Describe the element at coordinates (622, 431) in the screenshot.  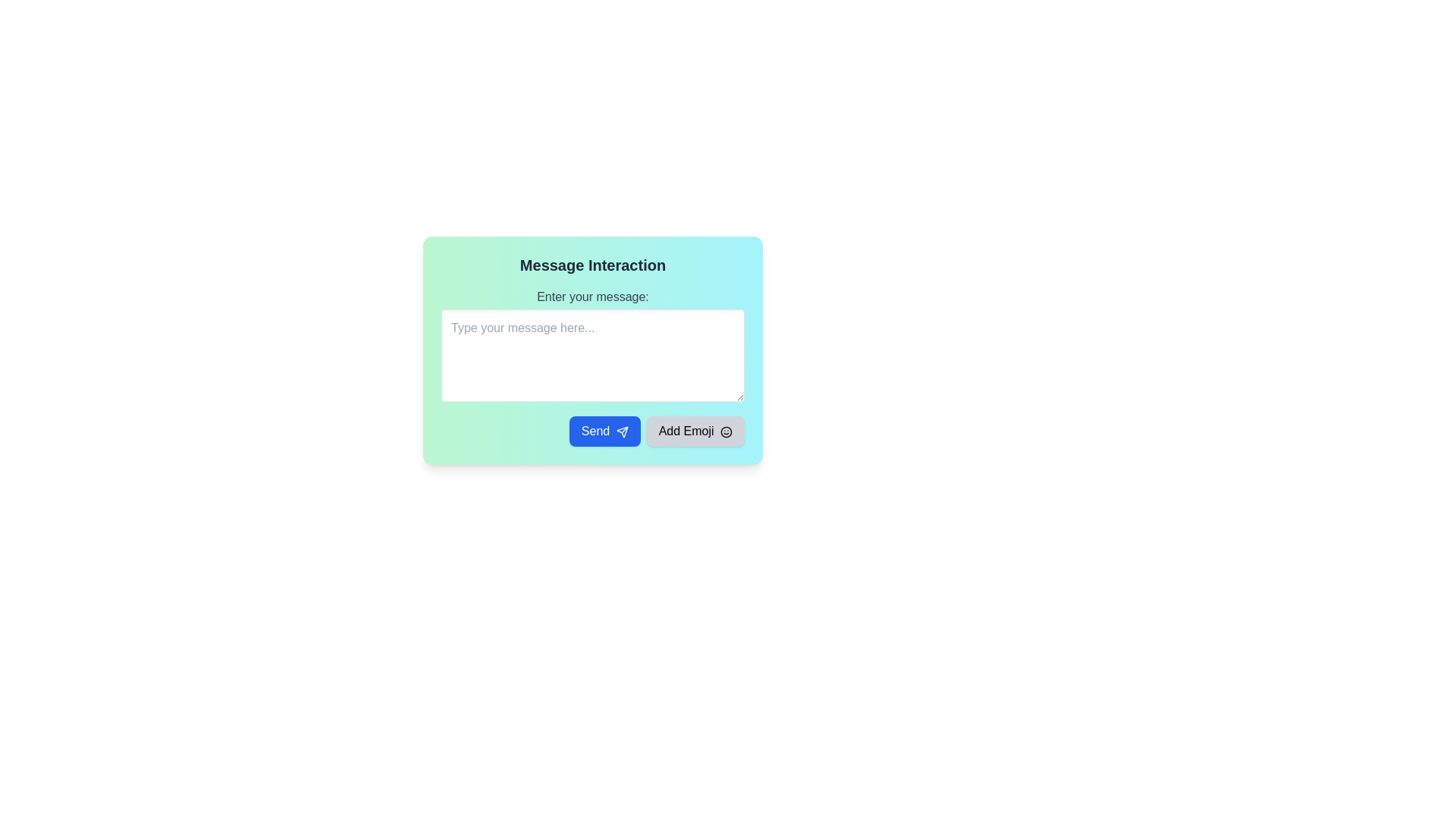
I see `the 'Send' button which has an accompanying icon indicating its functionality to send a message` at that location.